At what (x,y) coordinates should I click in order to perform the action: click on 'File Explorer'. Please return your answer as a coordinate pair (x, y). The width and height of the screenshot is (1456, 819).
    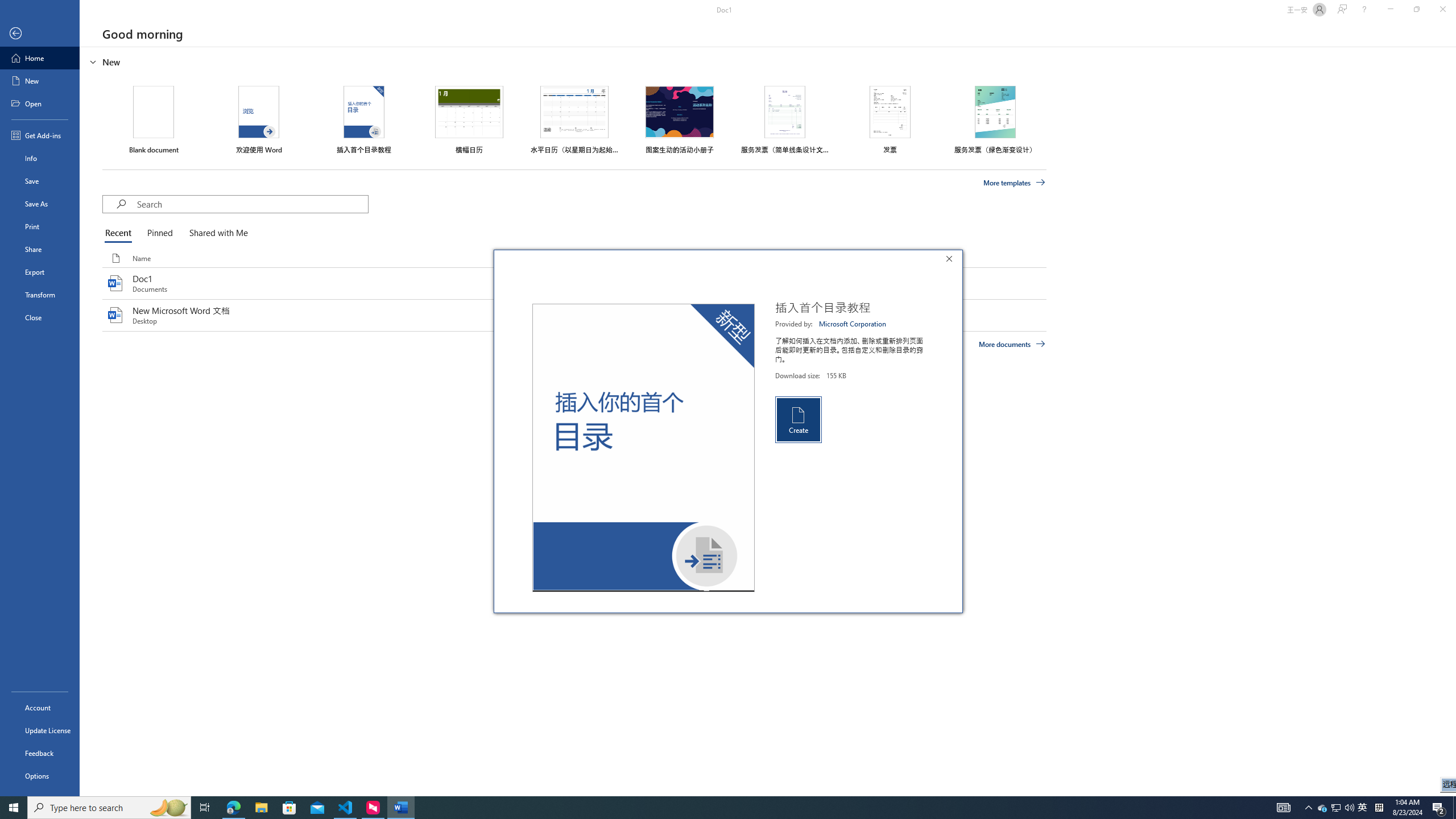
    Looking at the image, I should click on (260, 806).